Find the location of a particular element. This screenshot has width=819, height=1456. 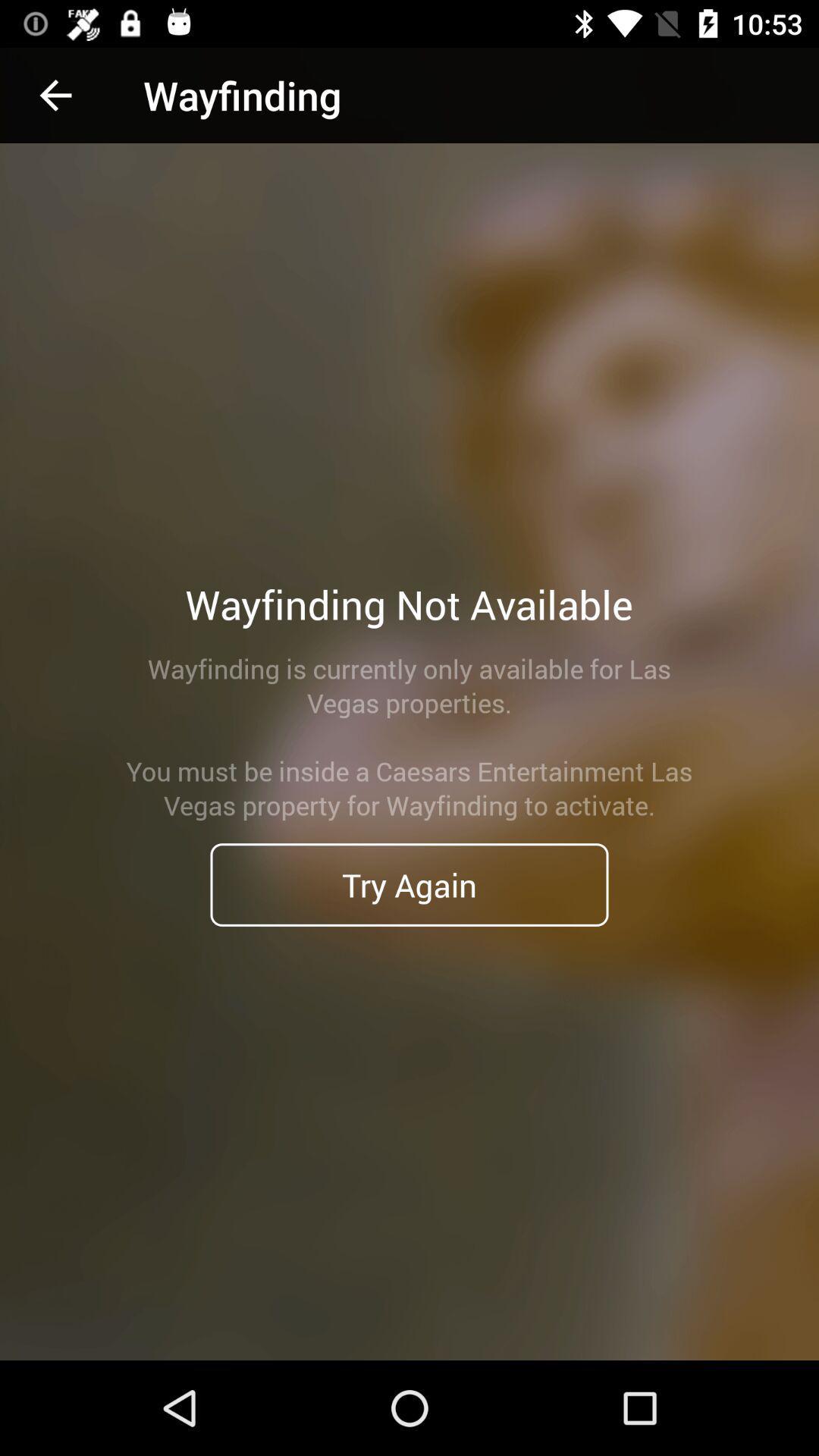

item next to the wayfinding icon is located at coordinates (55, 94).